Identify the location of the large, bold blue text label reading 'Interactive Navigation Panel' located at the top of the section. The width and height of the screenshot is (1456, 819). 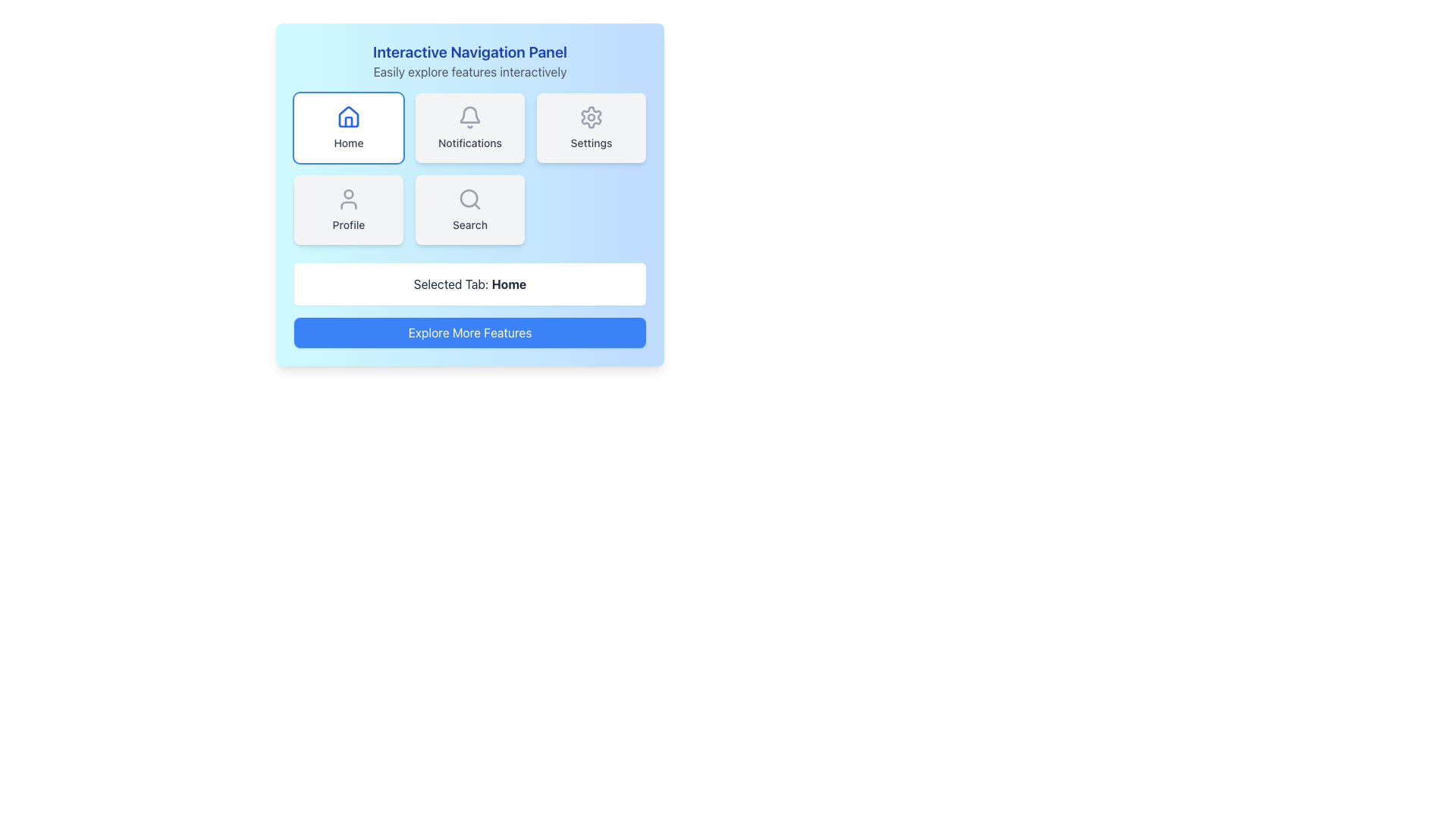
(469, 52).